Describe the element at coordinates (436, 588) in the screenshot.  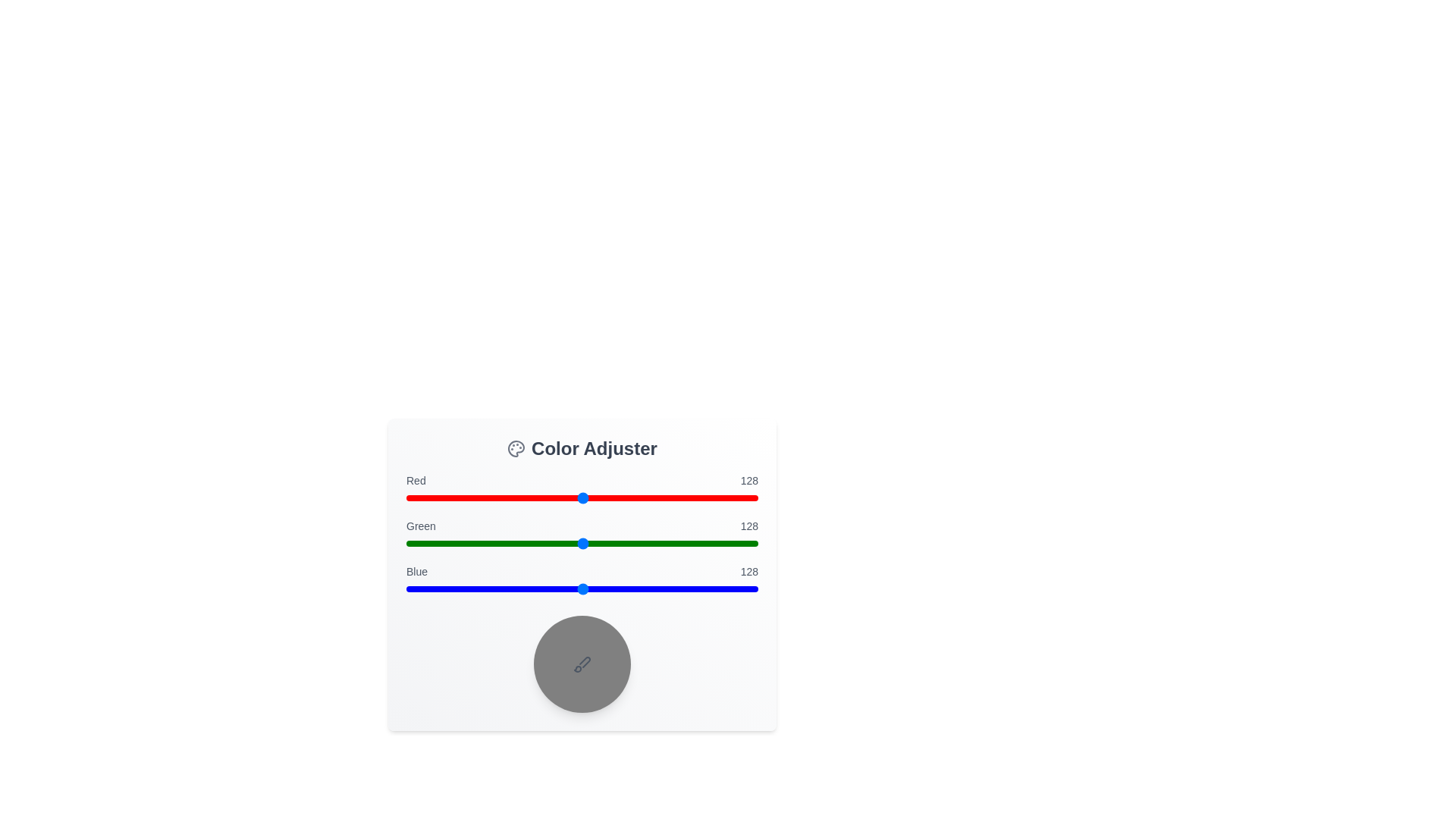
I see `the blue slider to set its value to 22` at that location.